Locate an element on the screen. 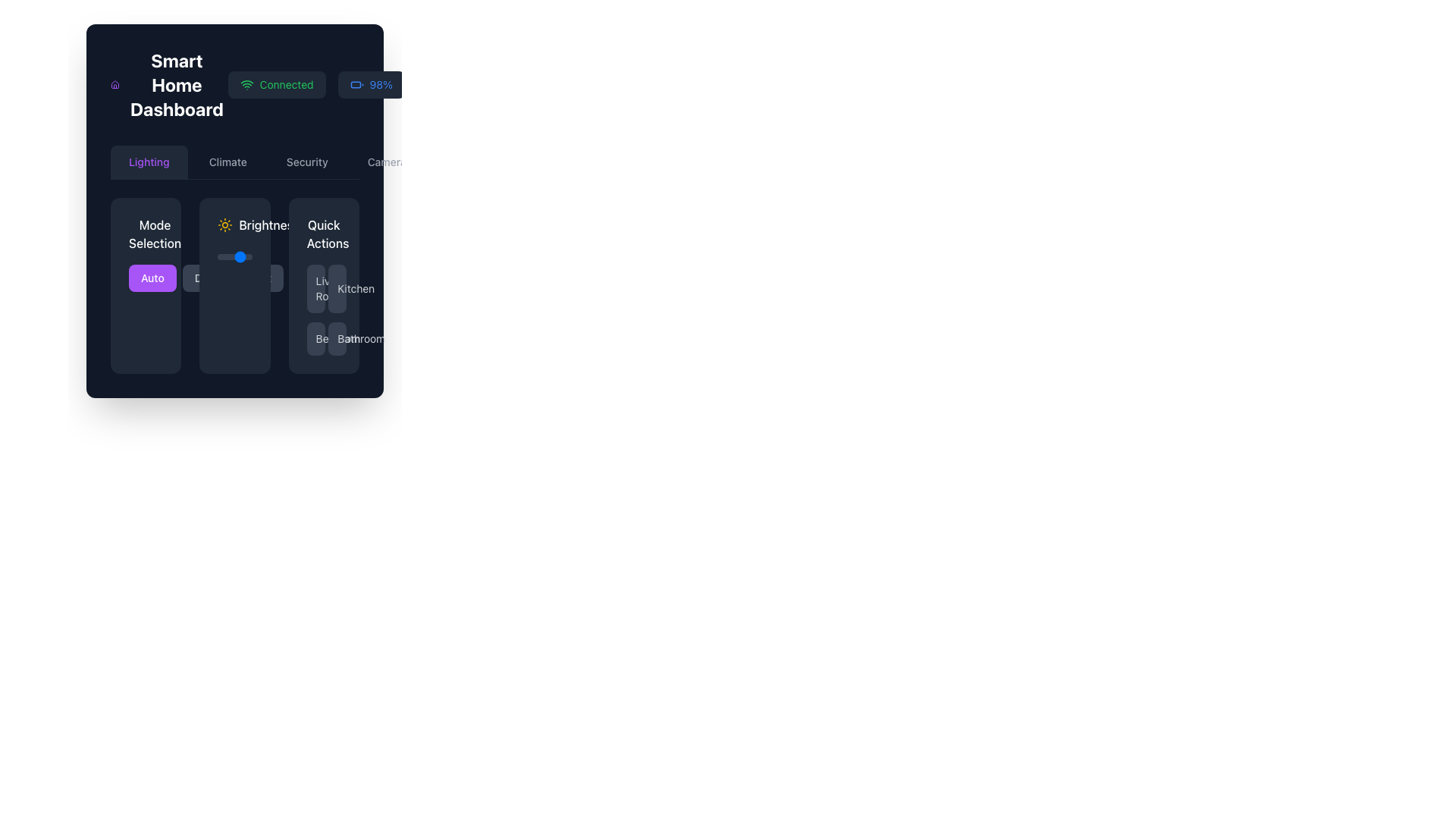 This screenshot has width=1456, height=819. the 'Security' navigation button, which is the third button from the left in a horizontal navigation bar is located at coordinates (306, 162).